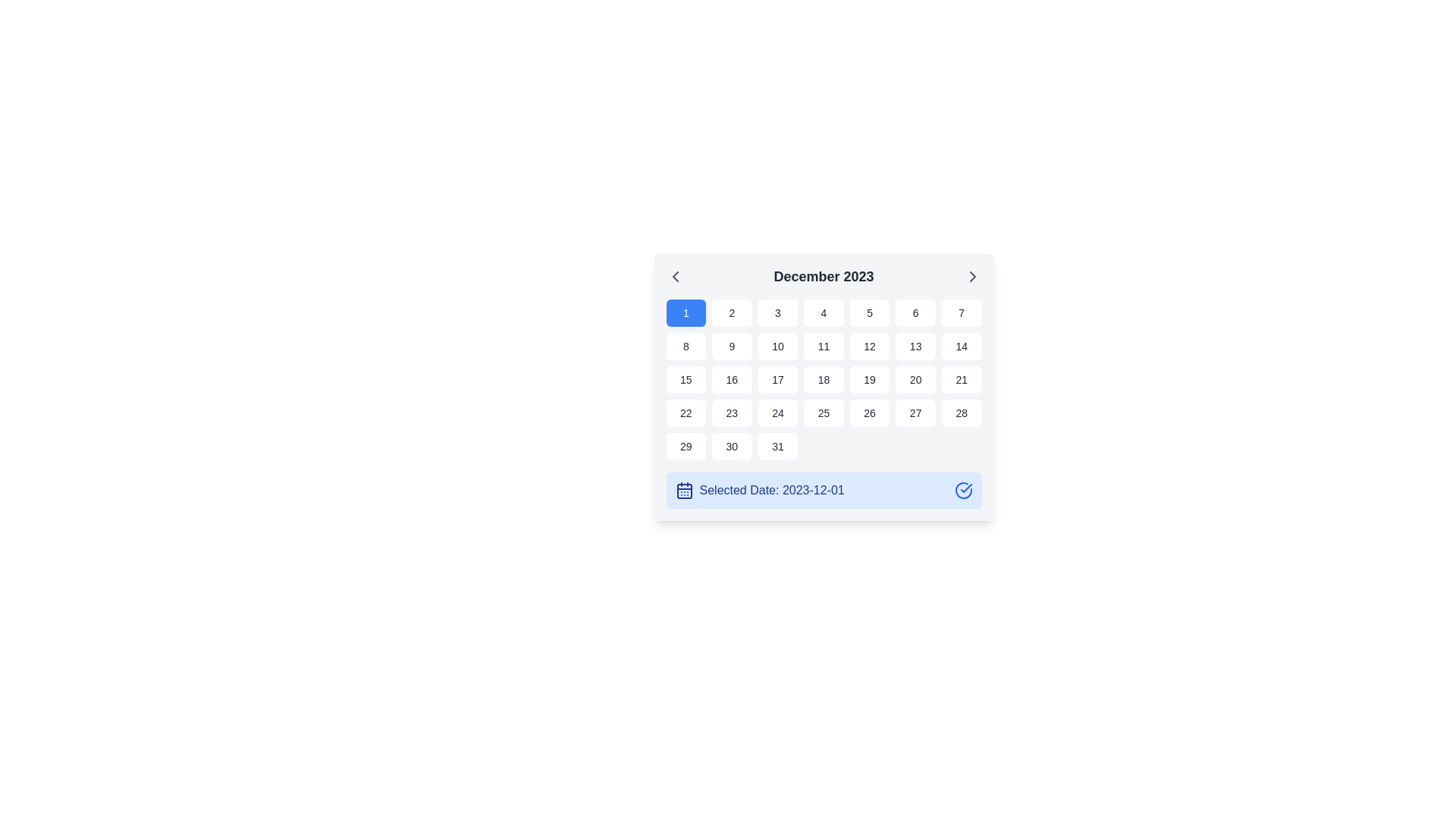  Describe the element at coordinates (961, 413) in the screenshot. I see `the interactive calendar cell displaying the number '28'` at that location.